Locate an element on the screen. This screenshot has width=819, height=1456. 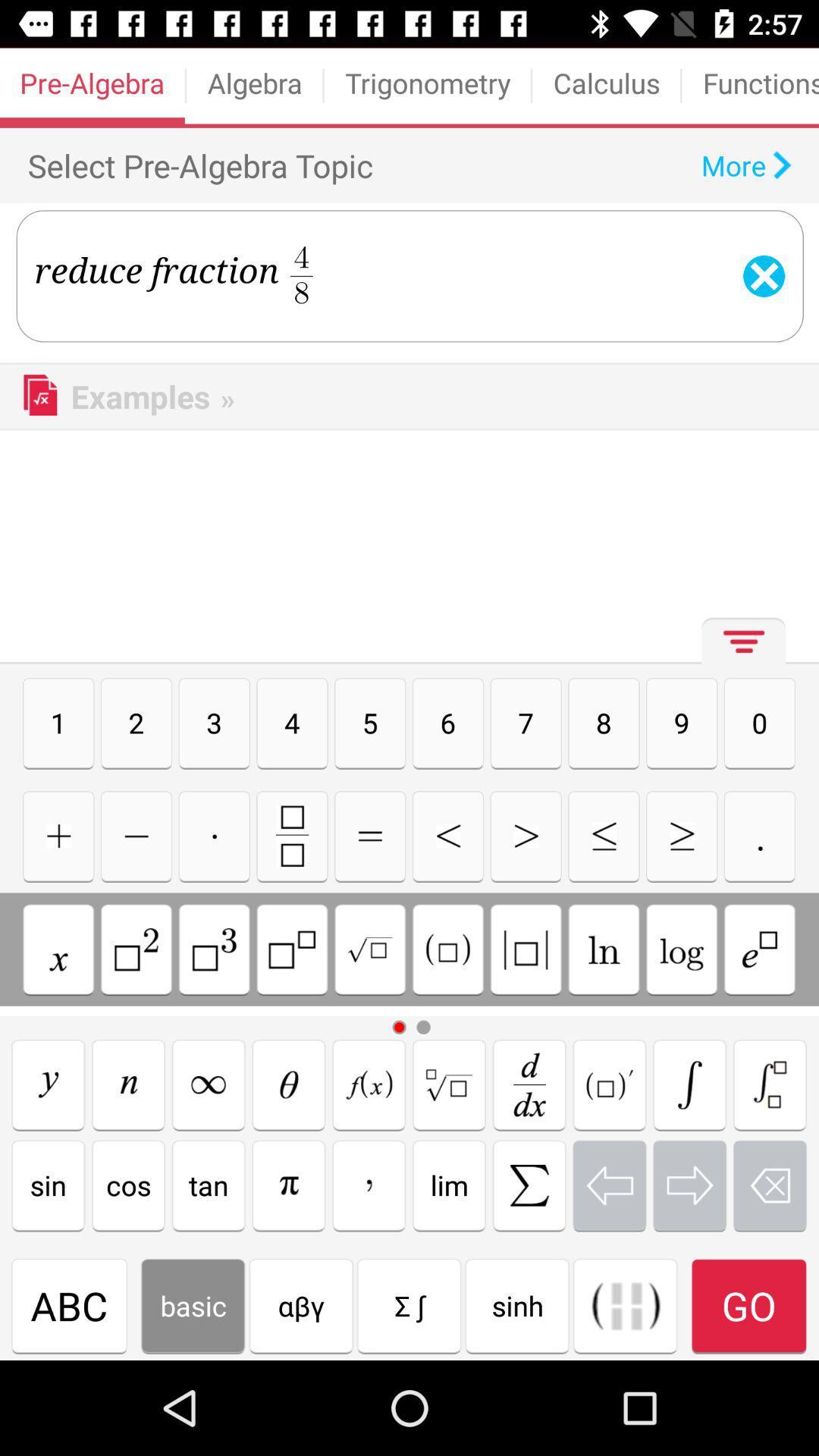
the close icon is located at coordinates (209, 1084).